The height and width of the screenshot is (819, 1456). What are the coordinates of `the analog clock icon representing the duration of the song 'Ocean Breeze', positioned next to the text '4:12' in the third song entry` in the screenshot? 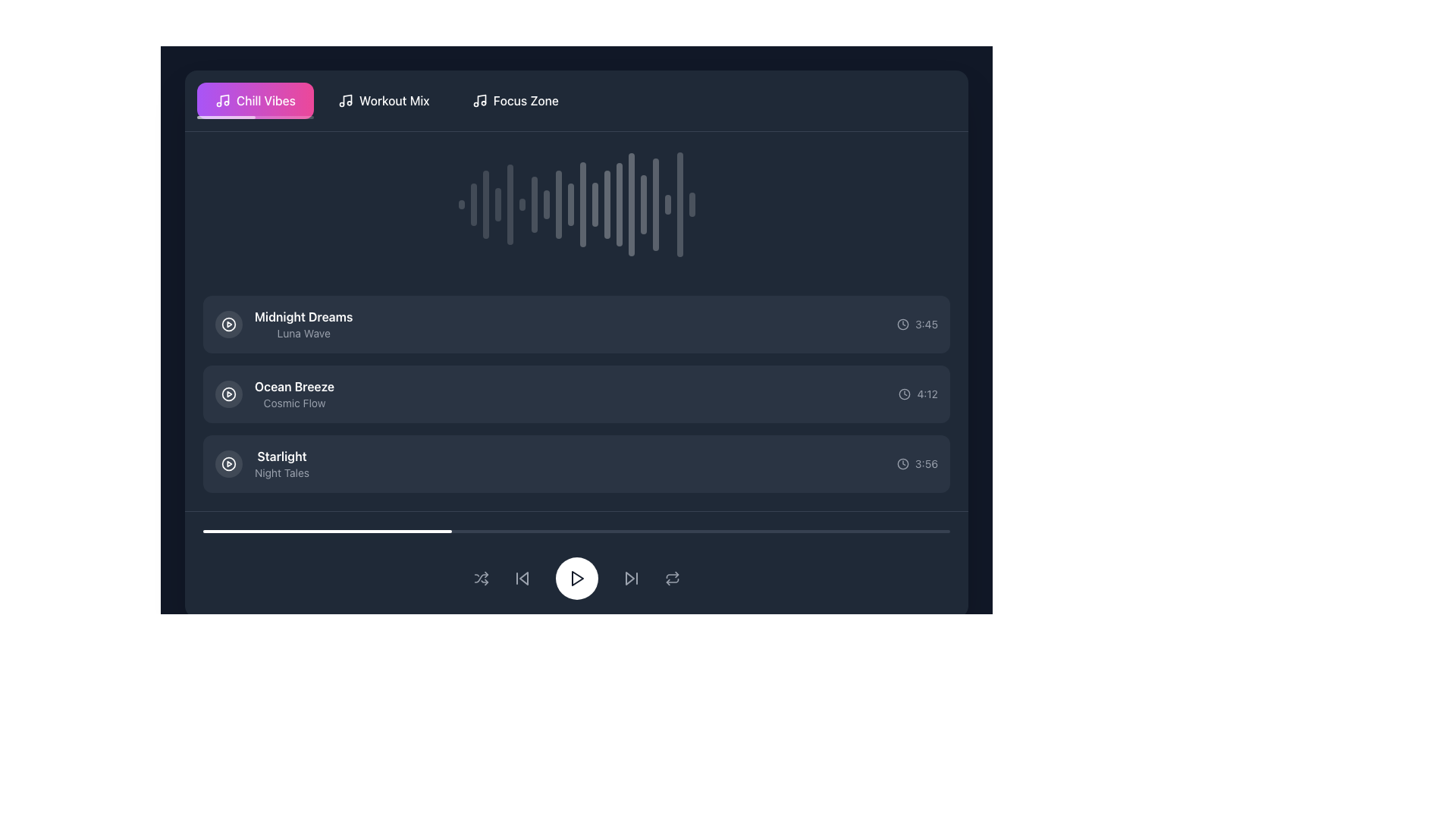 It's located at (905, 394).